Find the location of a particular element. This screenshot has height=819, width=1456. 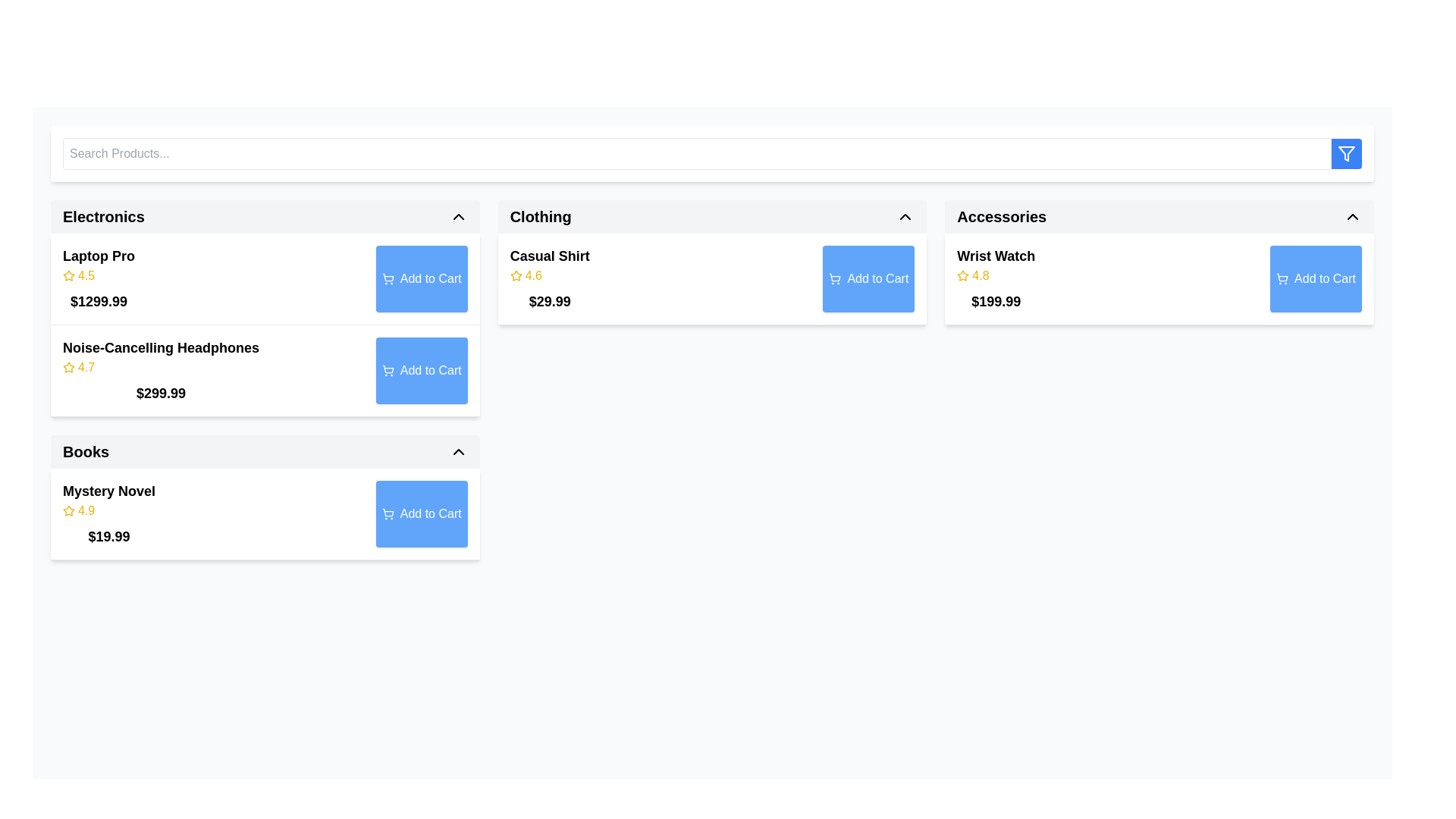

the button located at the bottom right corner of the 'Mystery Novel' item card is located at coordinates (422, 513).